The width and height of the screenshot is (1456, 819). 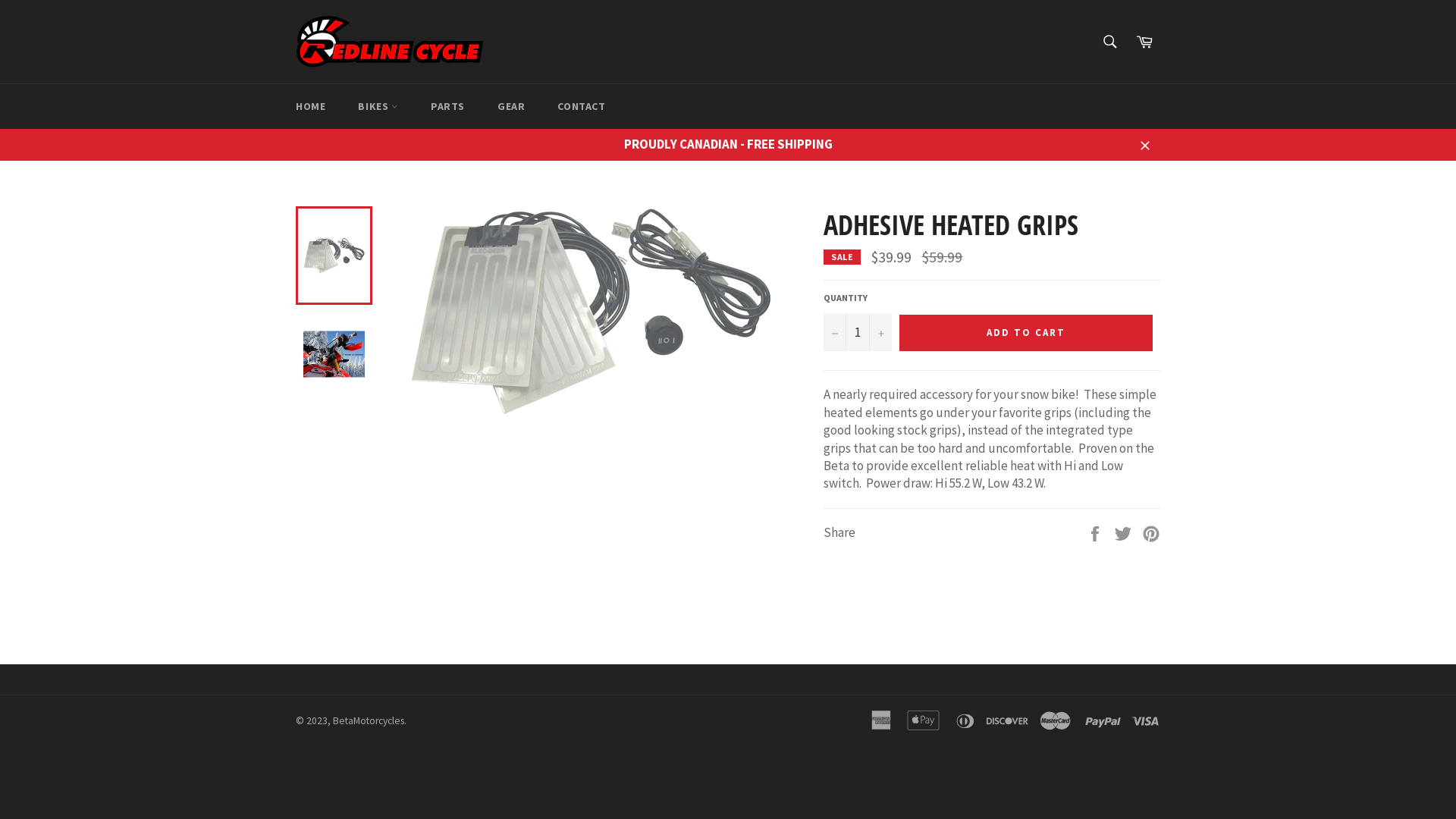 What do you see at coordinates (378, 105) in the screenshot?
I see `'BIKES'` at bounding box center [378, 105].